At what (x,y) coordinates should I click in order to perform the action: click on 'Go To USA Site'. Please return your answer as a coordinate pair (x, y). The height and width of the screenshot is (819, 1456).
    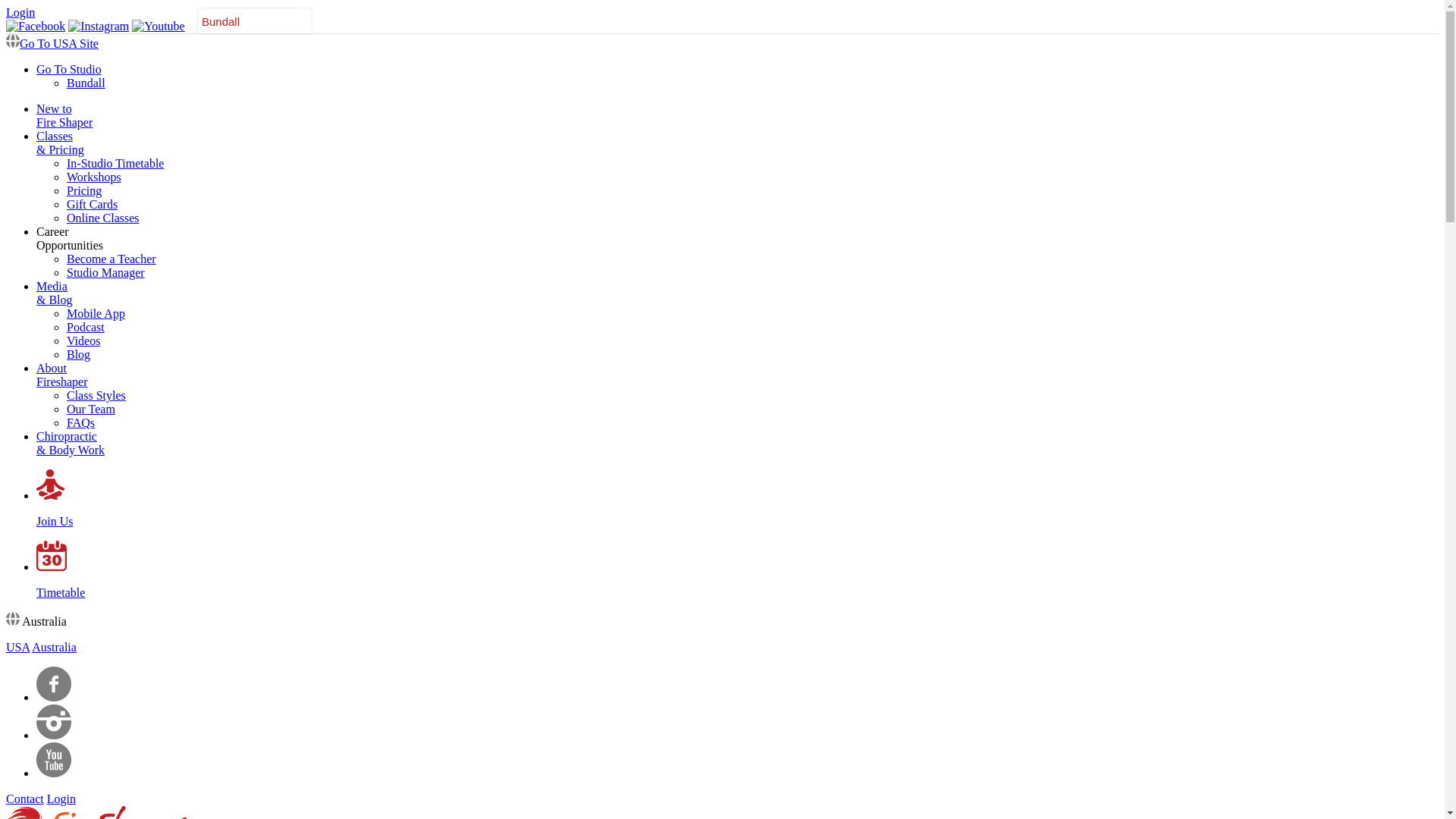
    Looking at the image, I should click on (52, 42).